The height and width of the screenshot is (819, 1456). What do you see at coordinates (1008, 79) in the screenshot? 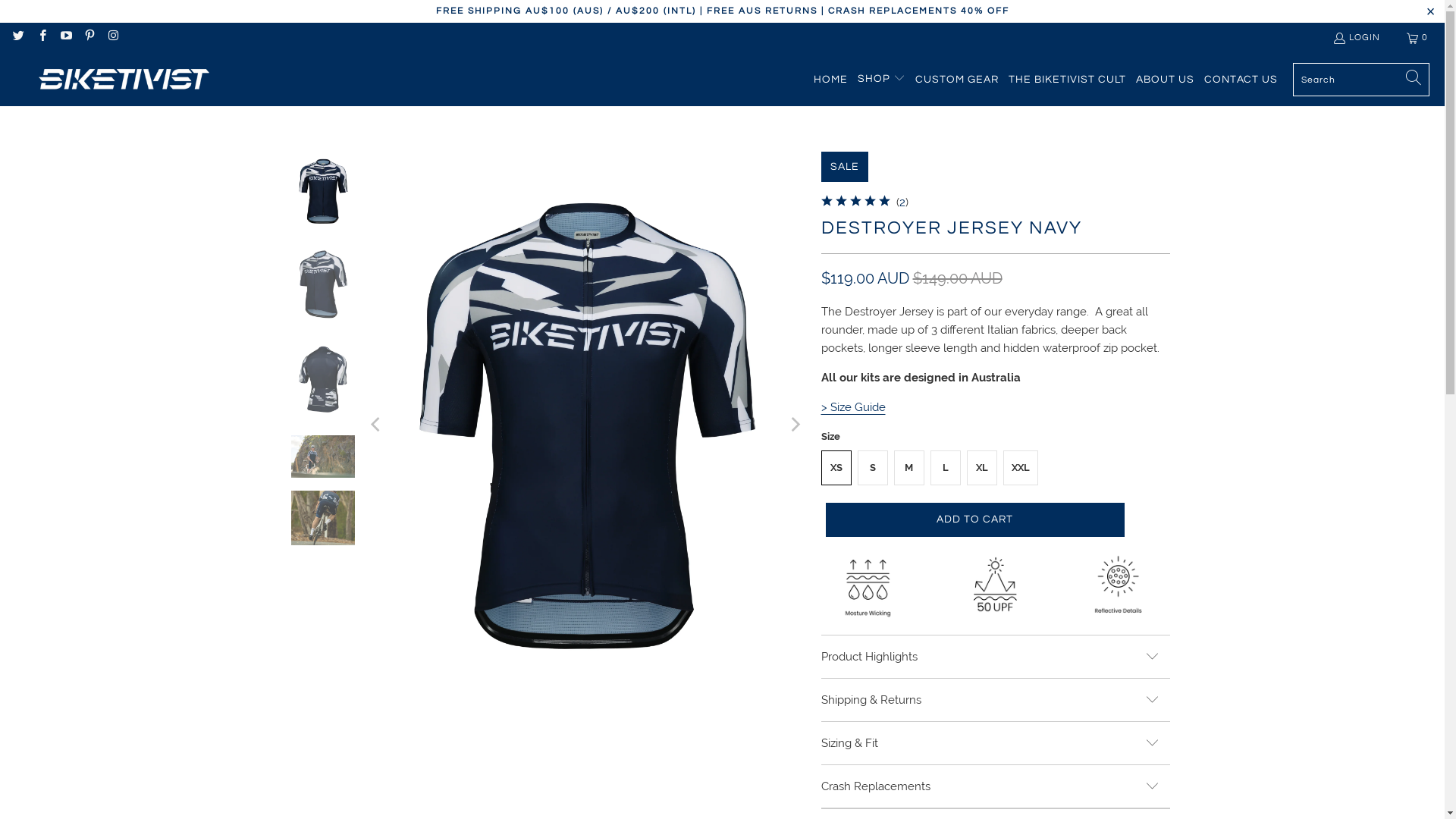
I see `'THE BIKETIVIST CULT'` at bounding box center [1008, 79].